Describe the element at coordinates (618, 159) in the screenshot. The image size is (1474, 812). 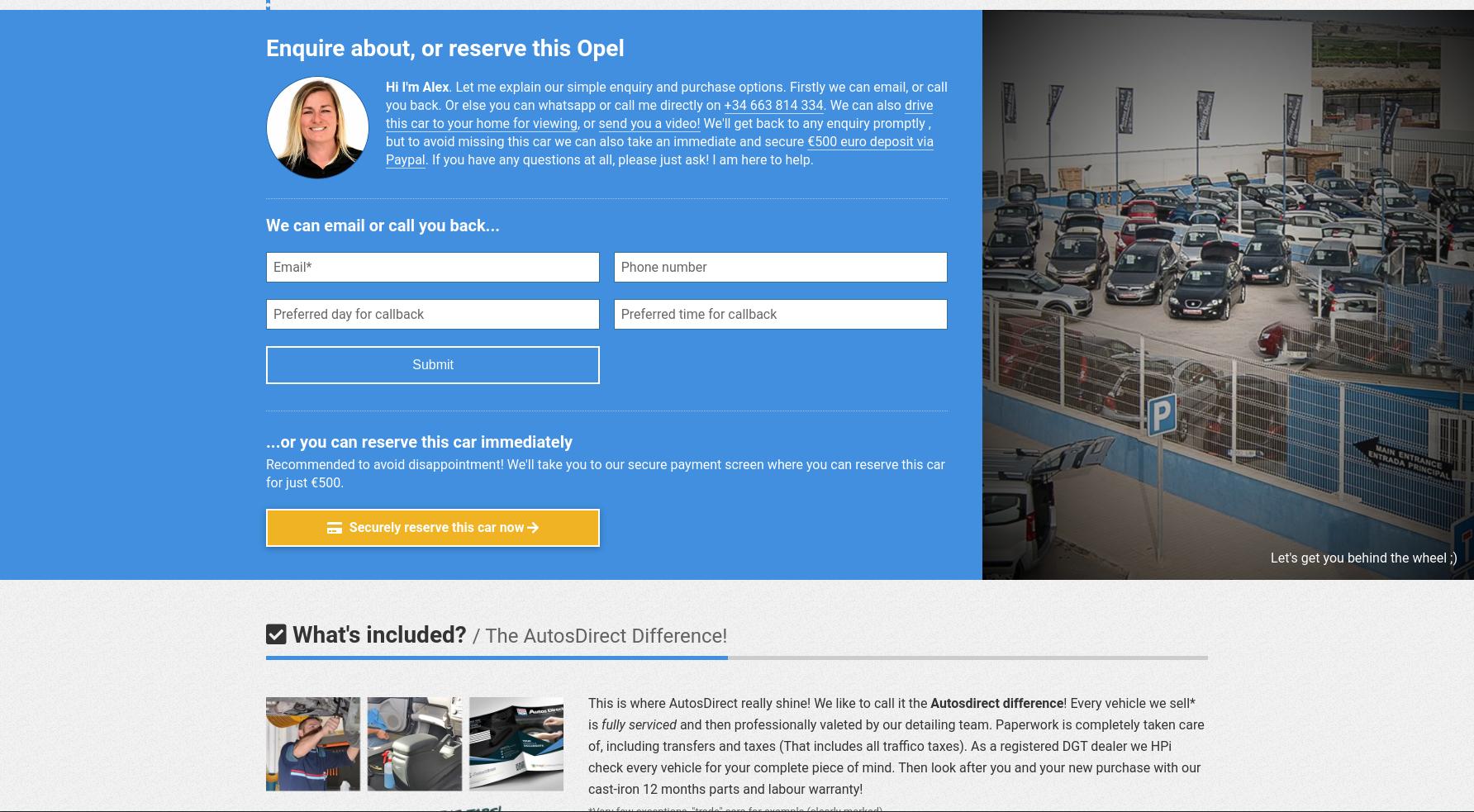
I see `'. If you have any ques­tions at all, please just ask! I am here to help.'` at that location.